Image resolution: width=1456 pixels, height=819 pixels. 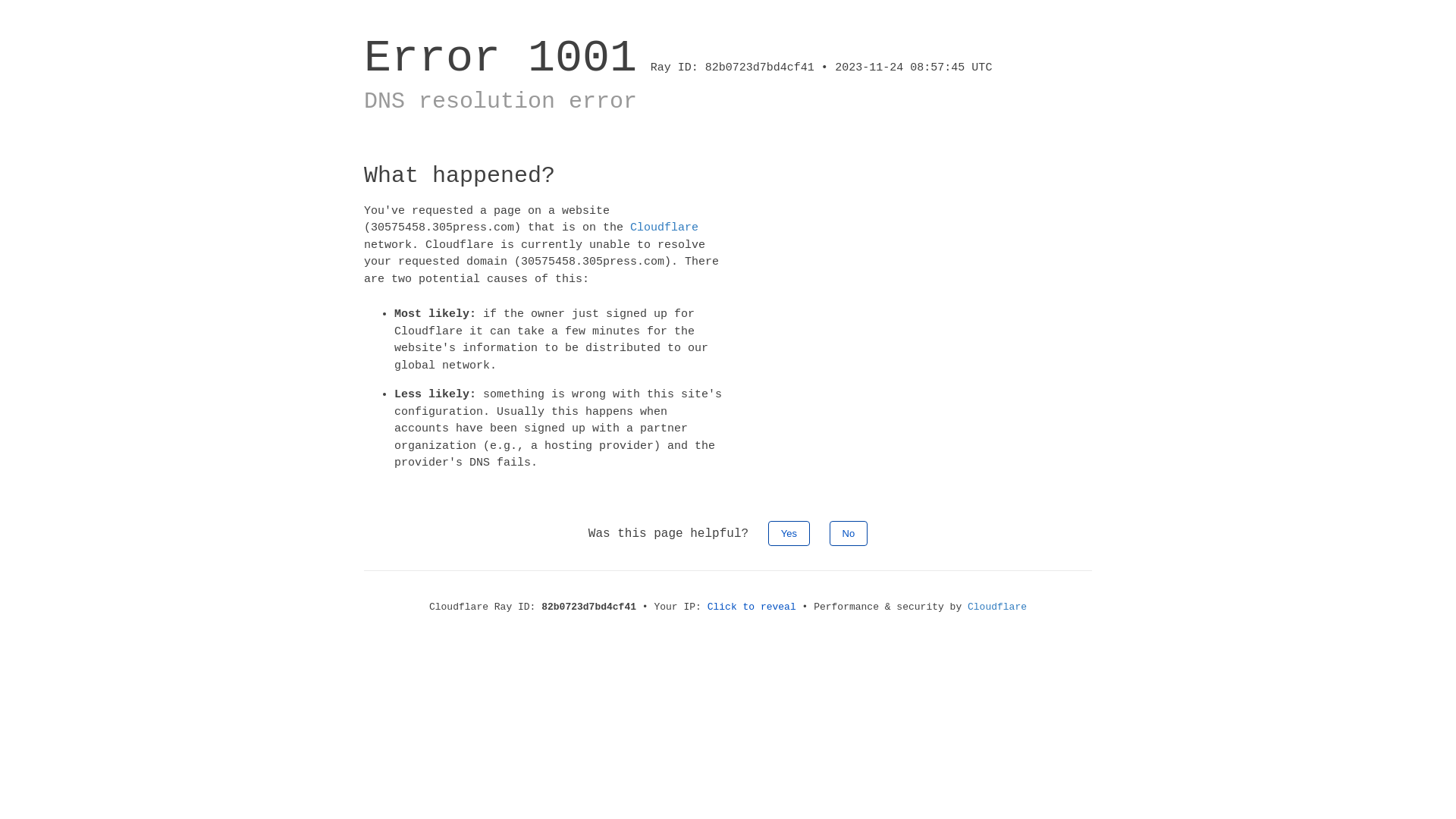 What do you see at coordinates (752, 605) in the screenshot?
I see `'Click to reveal'` at bounding box center [752, 605].